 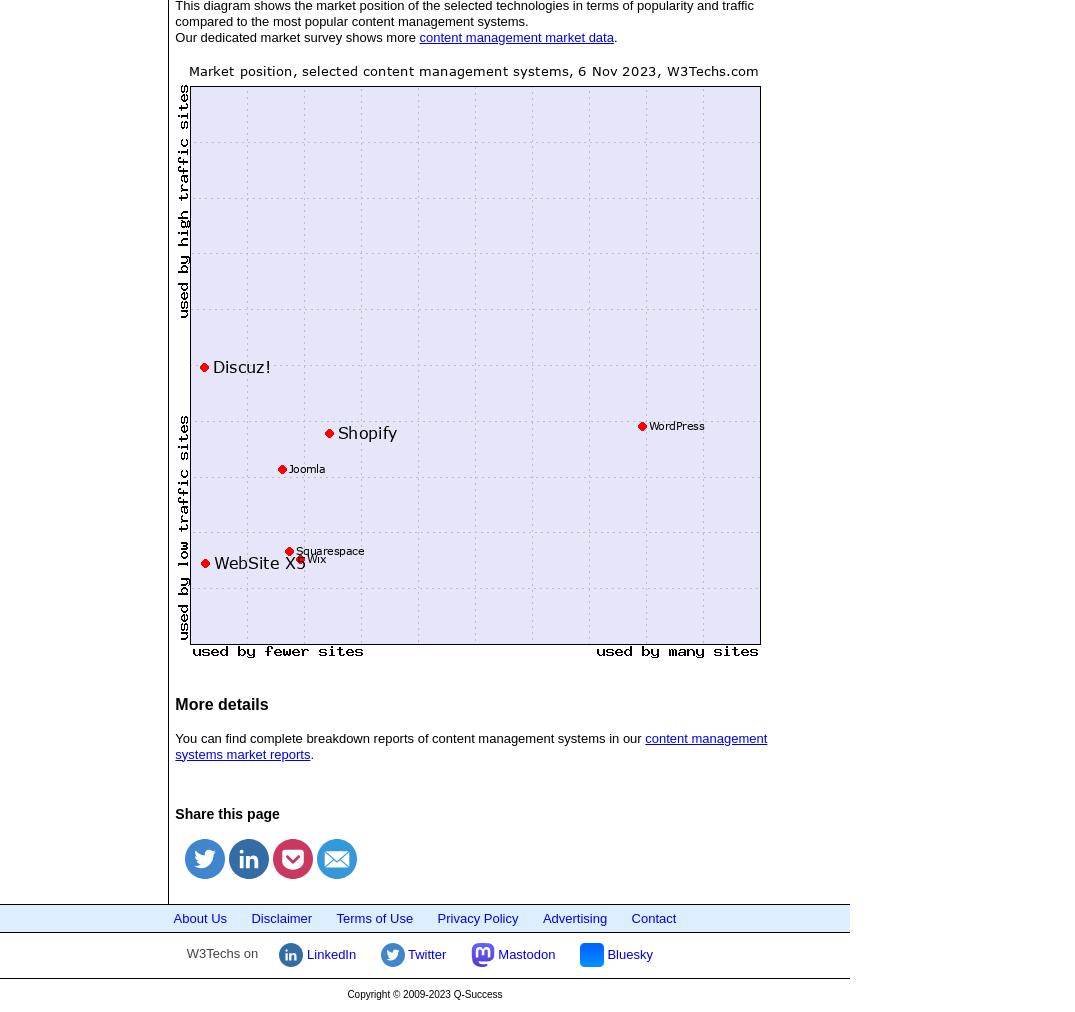 I want to click on 'Terms of Use', so click(x=374, y=917).